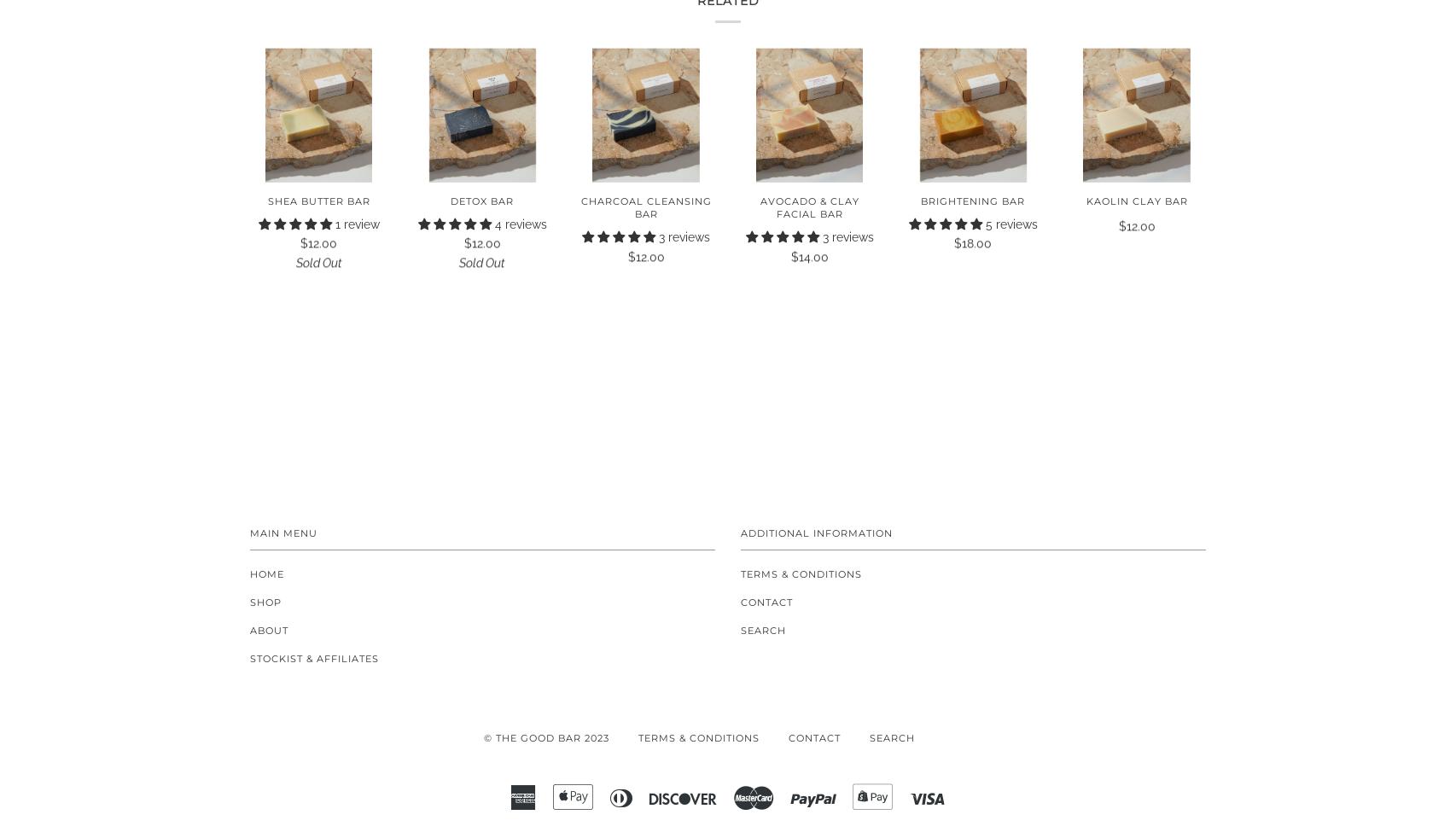 The image size is (1456, 838). Describe the element at coordinates (519, 223) in the screenshot. I see `'4 reviews'` at that location.